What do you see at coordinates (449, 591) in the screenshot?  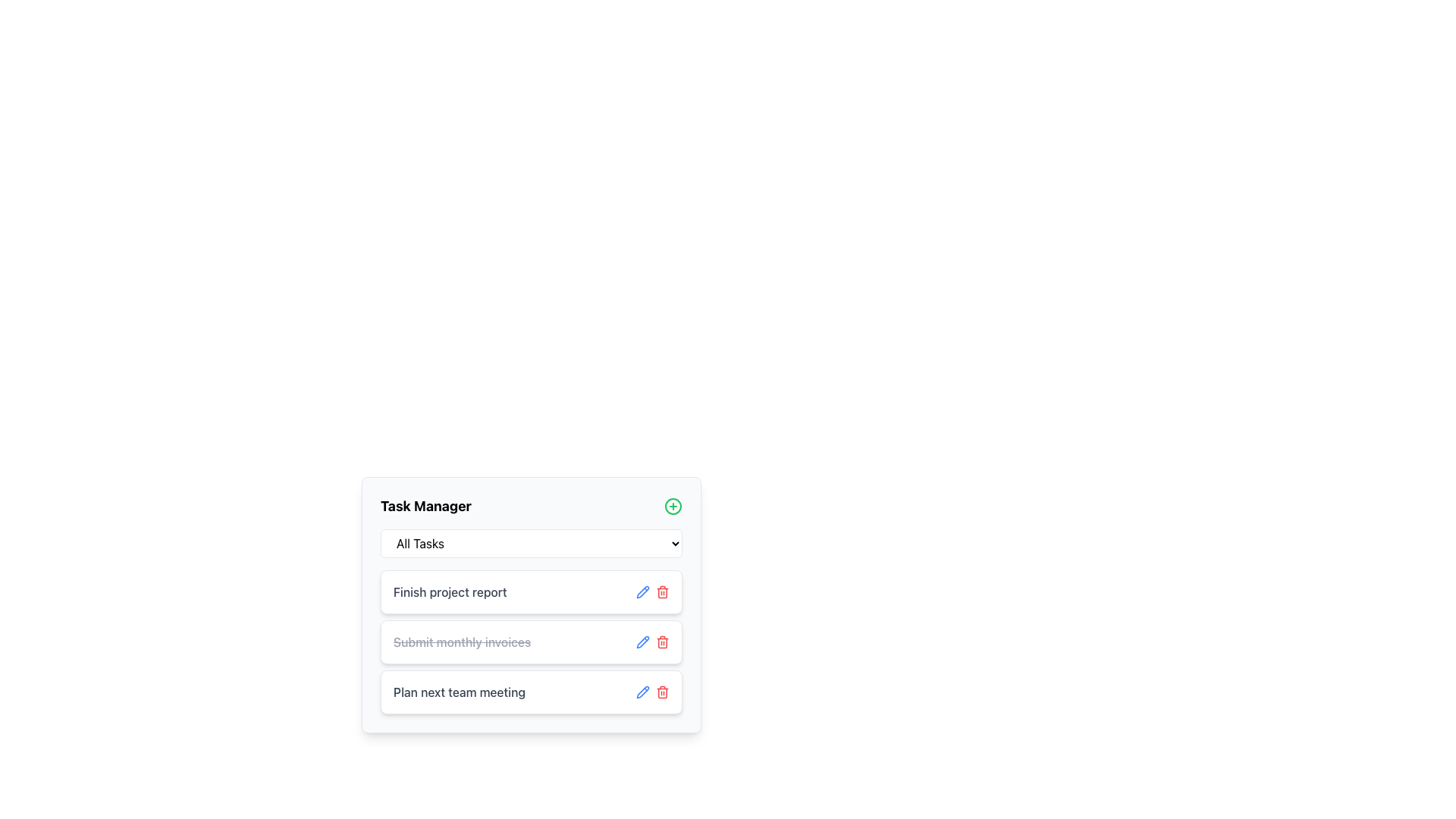 I see `the static label indicating the task name in the task manager interface, located between 'Submit monthly invoices' and 'Plan next team meeting'` at bounding box center [449, 591].